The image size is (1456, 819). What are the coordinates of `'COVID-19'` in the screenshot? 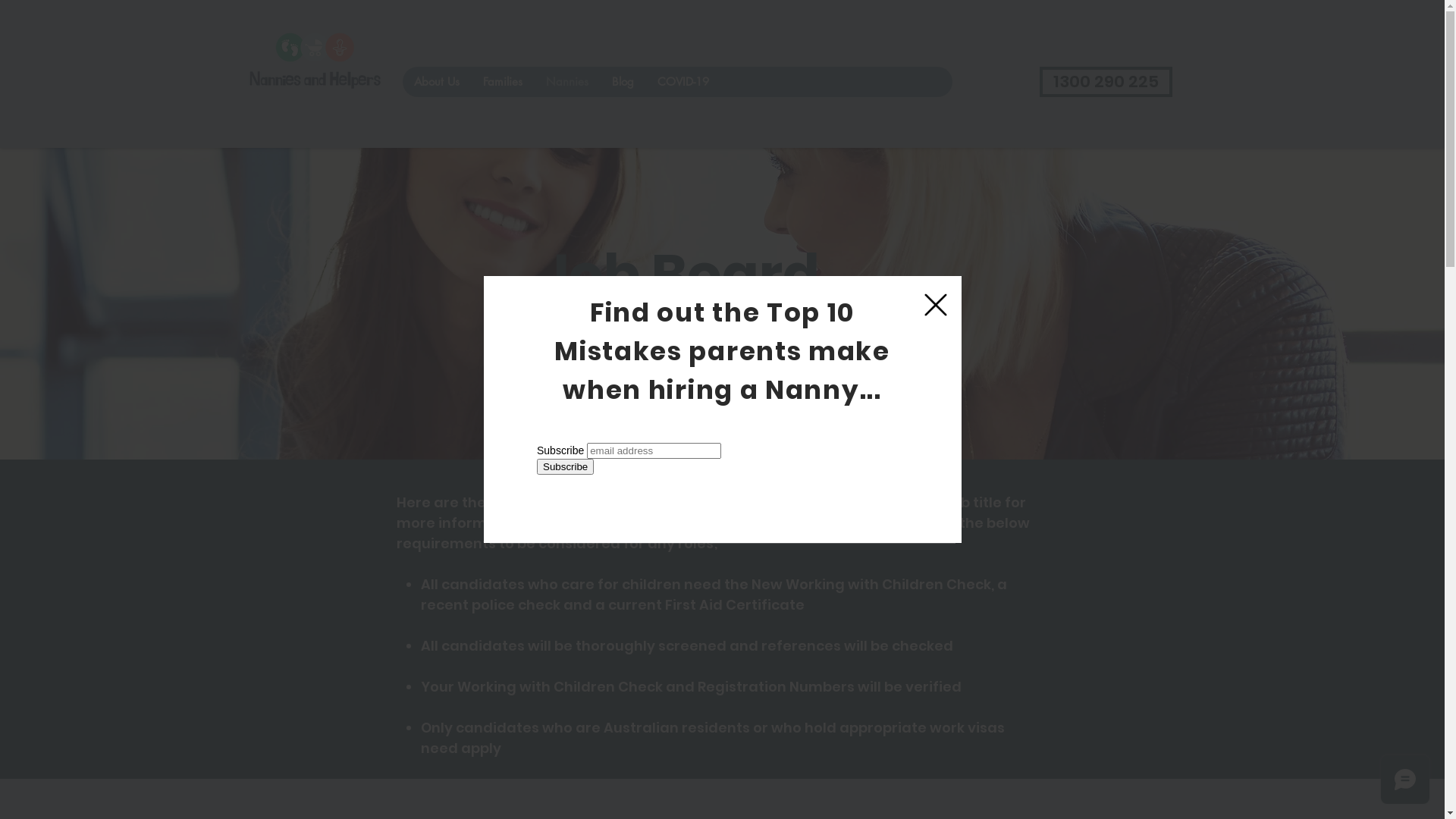 It's located at (681, 82).